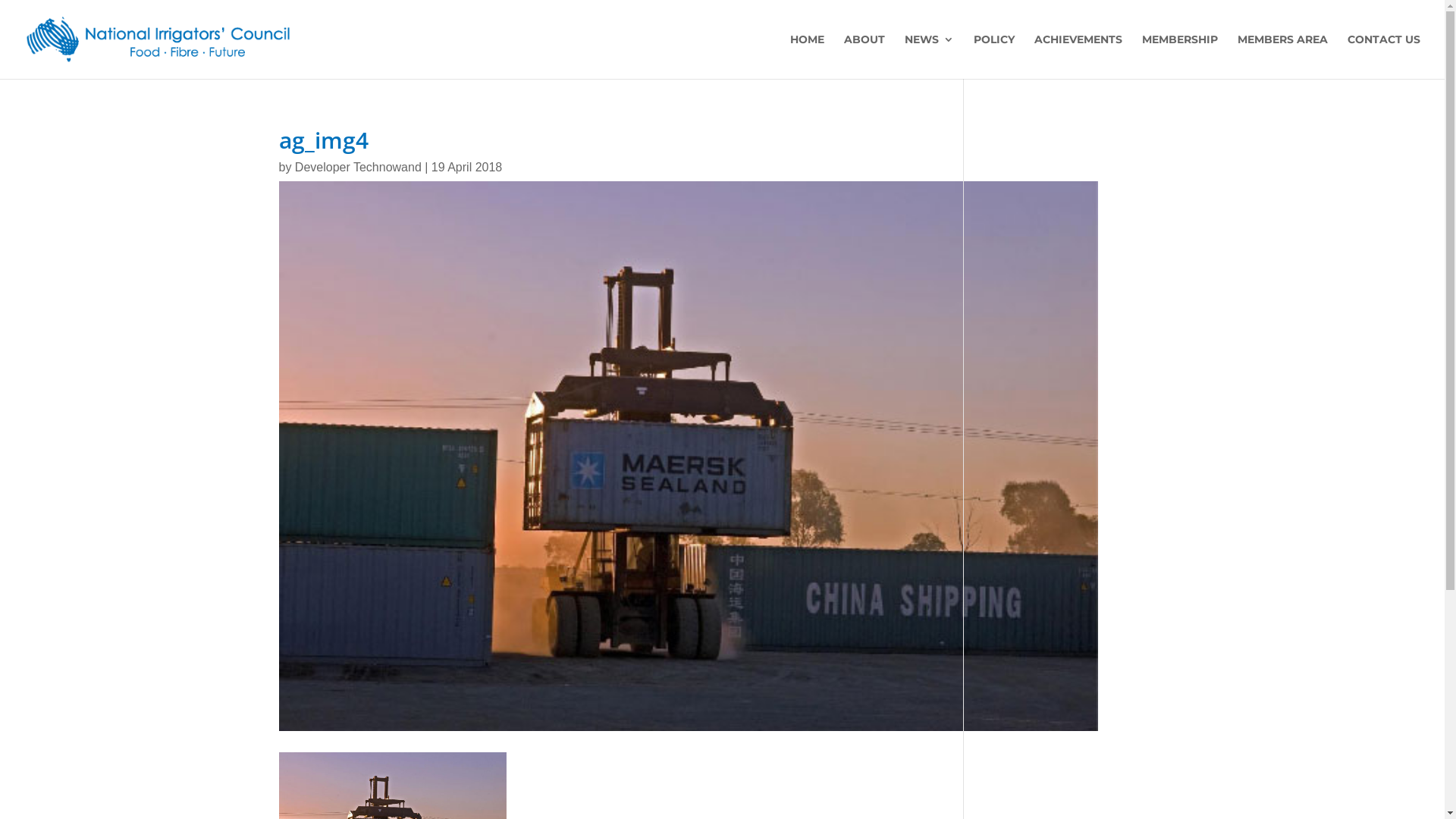  What do you see at coordinates (1178, 55) in the screenshot?
I see `'MEMBERSHIP'` at bounding box center [1178, 55].